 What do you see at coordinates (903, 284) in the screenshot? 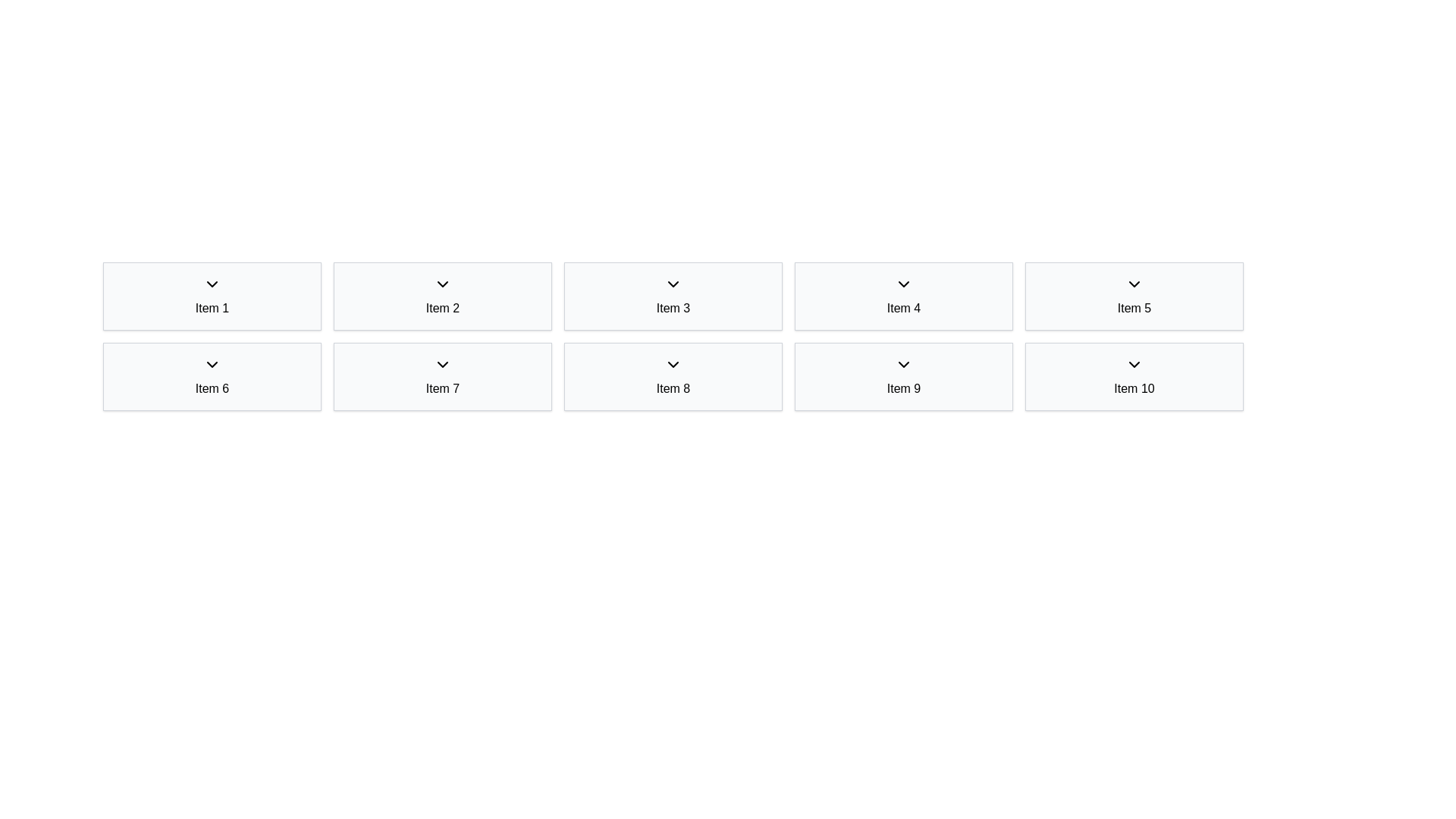
I see `the downward chevron icon located at the top-center of the item card titled 'Item 4'` at bounding box center [903, 284].